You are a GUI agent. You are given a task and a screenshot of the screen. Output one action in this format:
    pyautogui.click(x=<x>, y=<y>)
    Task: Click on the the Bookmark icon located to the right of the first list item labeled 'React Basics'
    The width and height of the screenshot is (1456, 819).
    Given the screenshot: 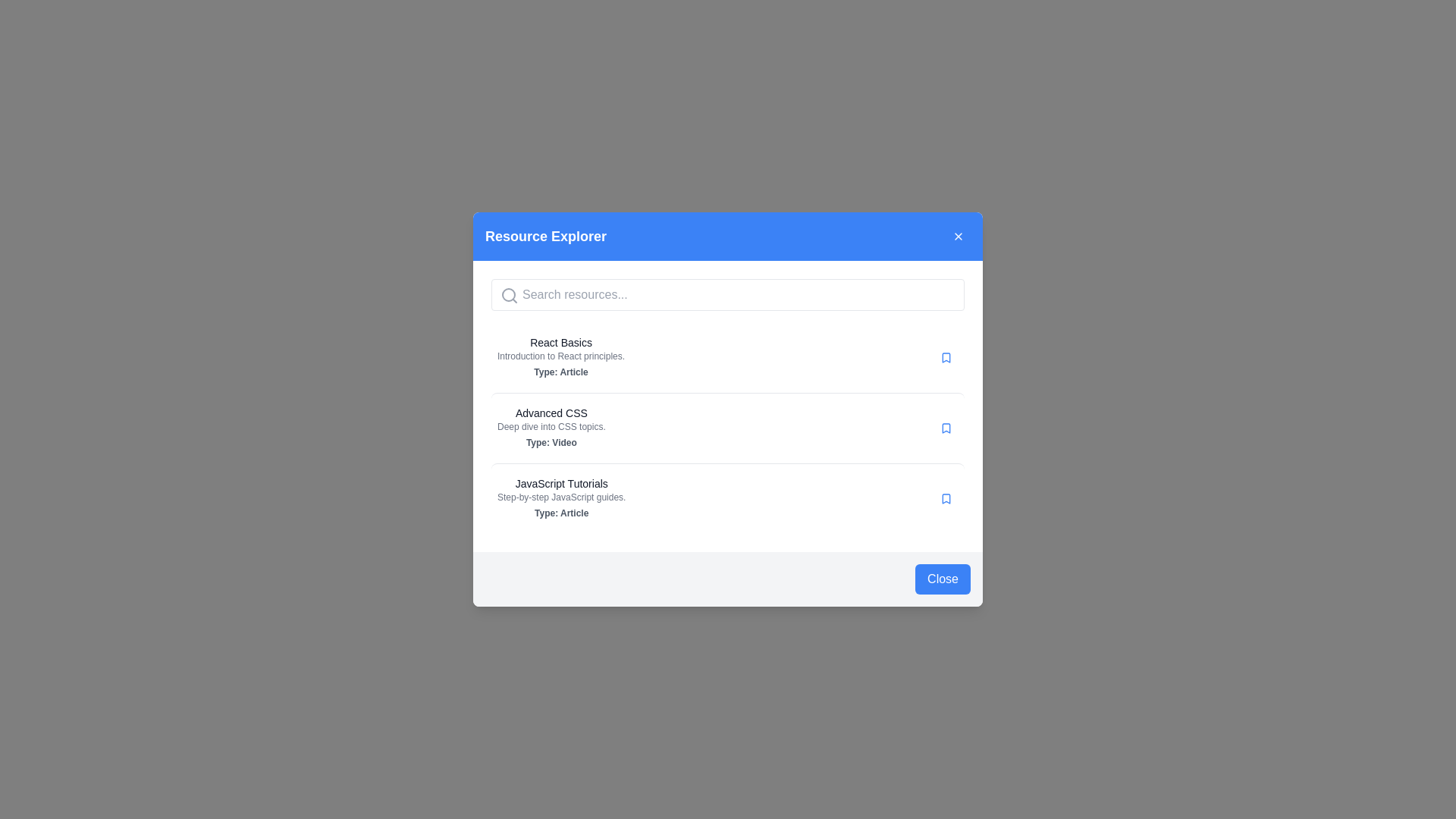 What is the action you would take?
    pyautogui.click(x=946, y=357)
    